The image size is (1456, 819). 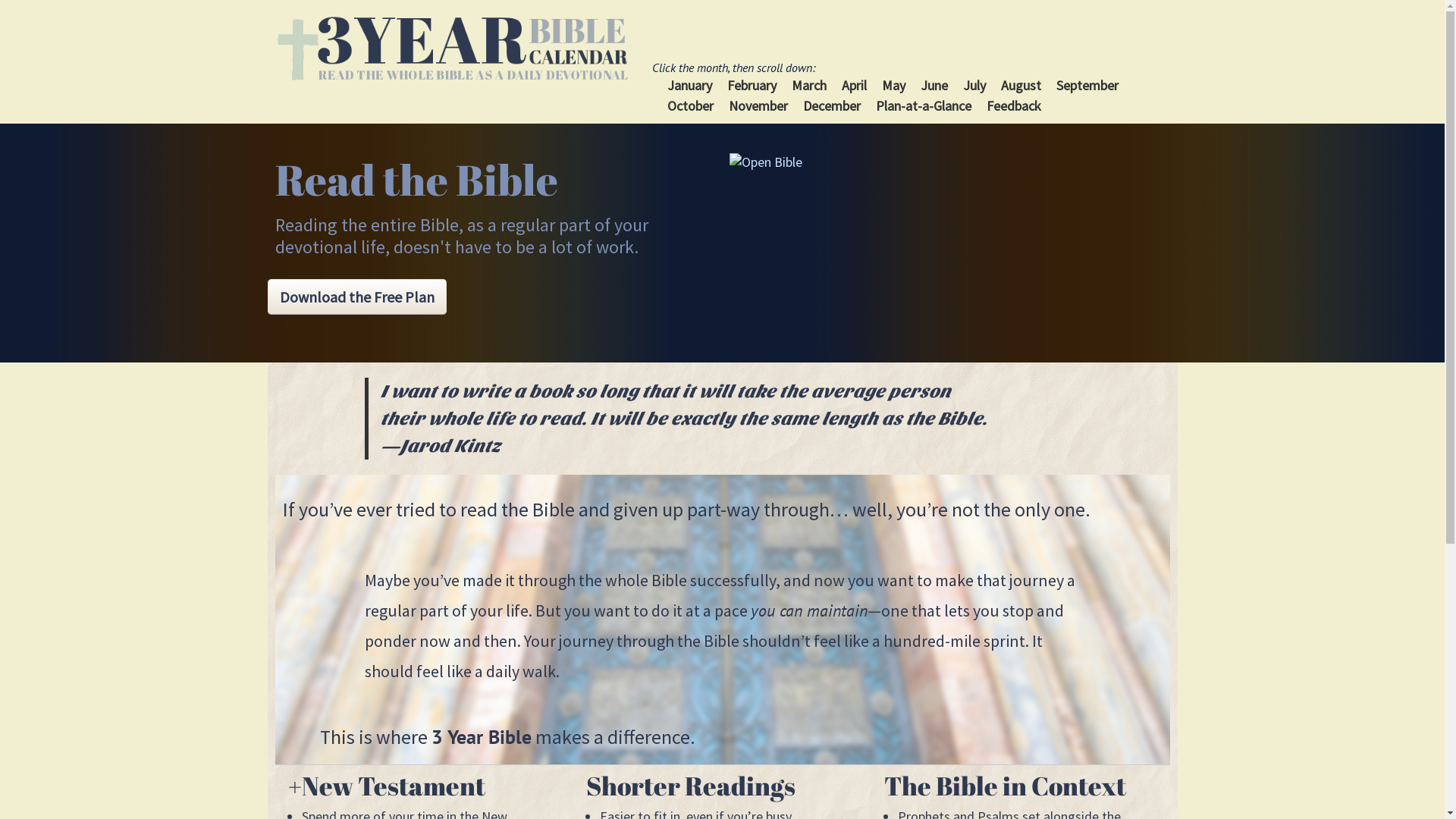 What do you see at coordinates (934, 85) in the screenshot?
I see `'June'` at bounding box center [934, 85].